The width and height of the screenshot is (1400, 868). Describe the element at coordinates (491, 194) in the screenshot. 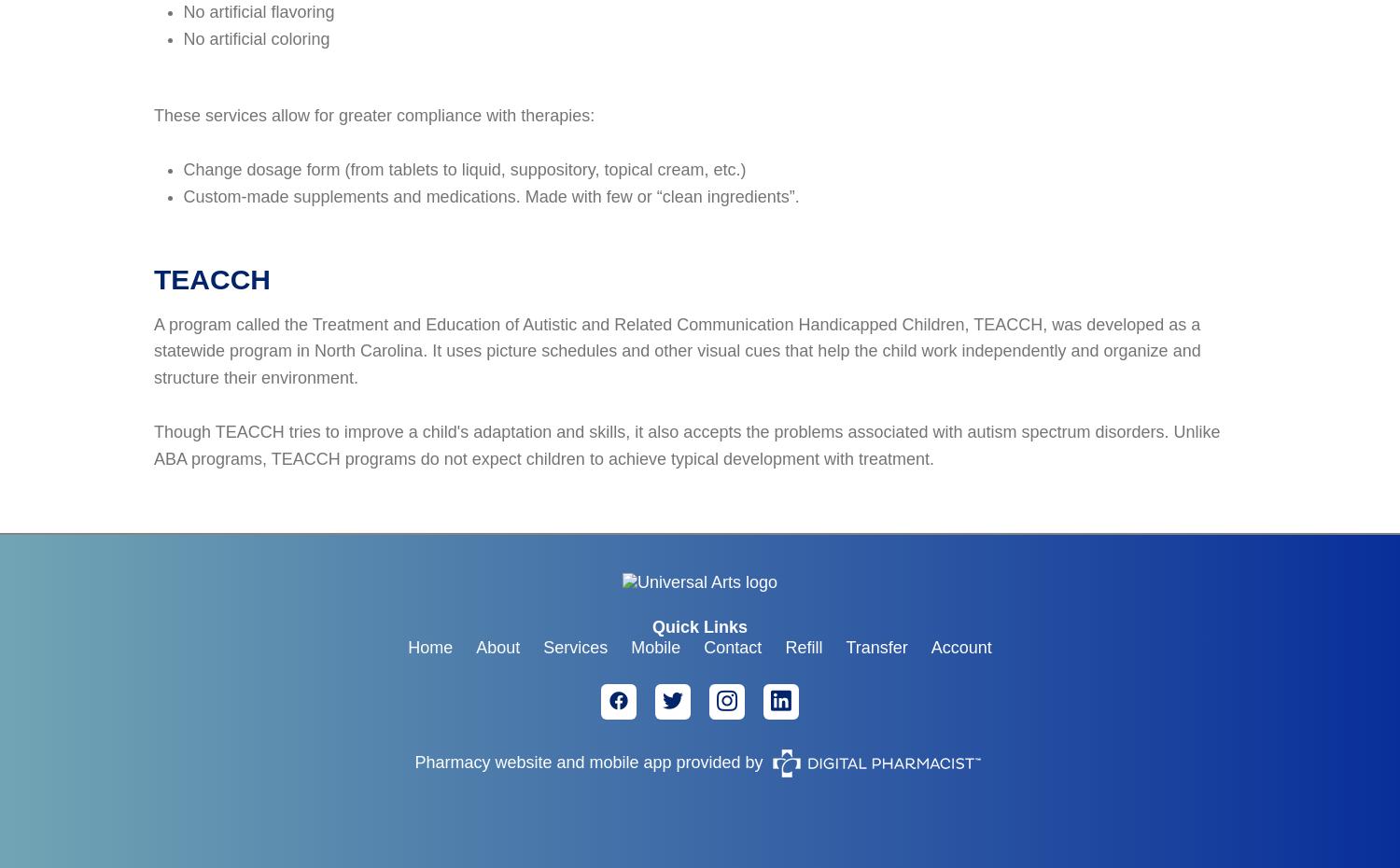

I see `'Custom-made supplements and medications. Made with few or “clean ingredients”.'` at that location.